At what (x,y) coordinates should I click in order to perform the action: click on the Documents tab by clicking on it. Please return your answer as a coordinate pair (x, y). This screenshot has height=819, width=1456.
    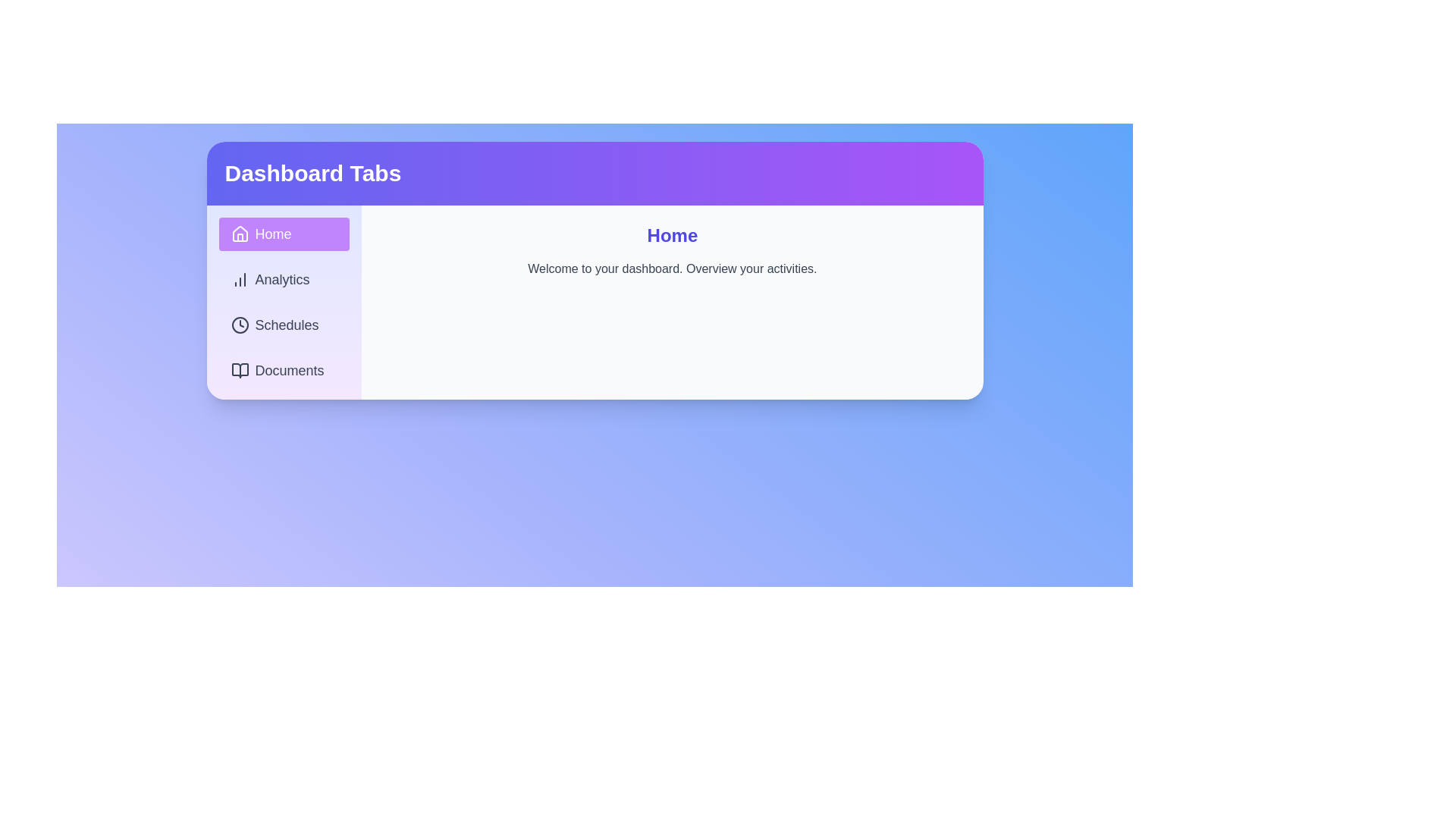
    Looking at the image, I should click on (284, 371).